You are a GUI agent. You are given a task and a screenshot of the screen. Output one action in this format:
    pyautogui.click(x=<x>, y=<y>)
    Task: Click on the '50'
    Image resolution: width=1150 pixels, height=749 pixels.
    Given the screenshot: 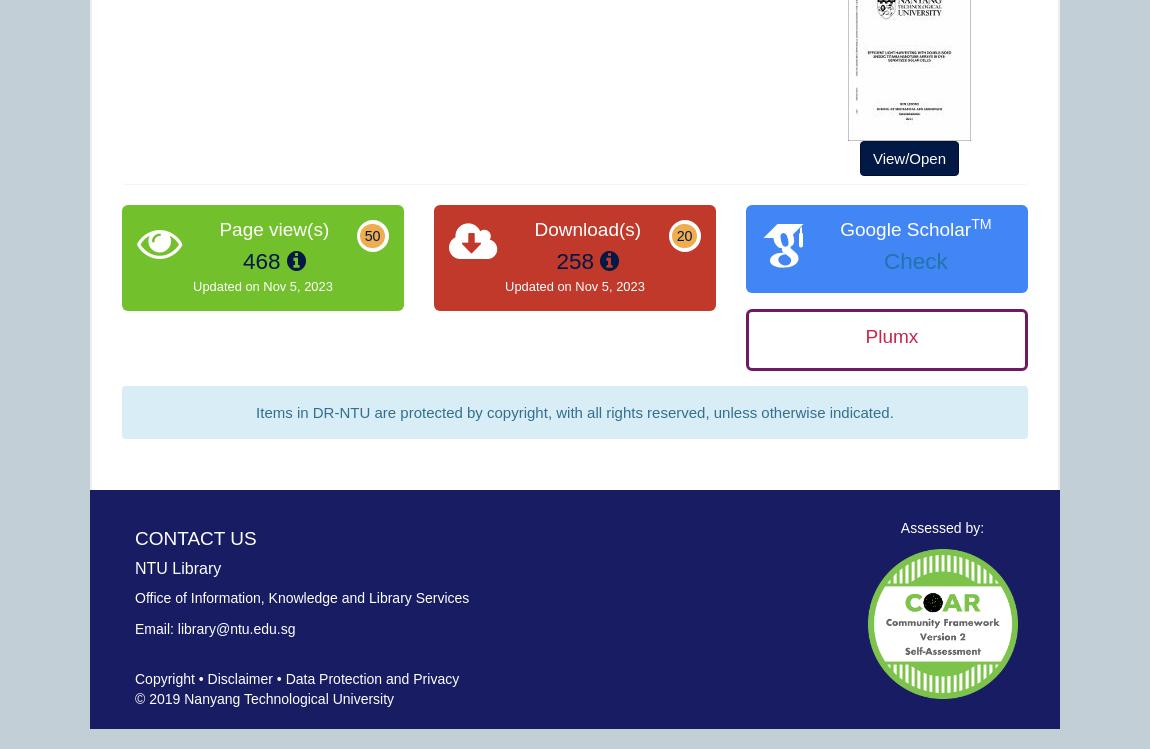 What is the action you would take?
    pyautogui.click(x=372, y=235)
    